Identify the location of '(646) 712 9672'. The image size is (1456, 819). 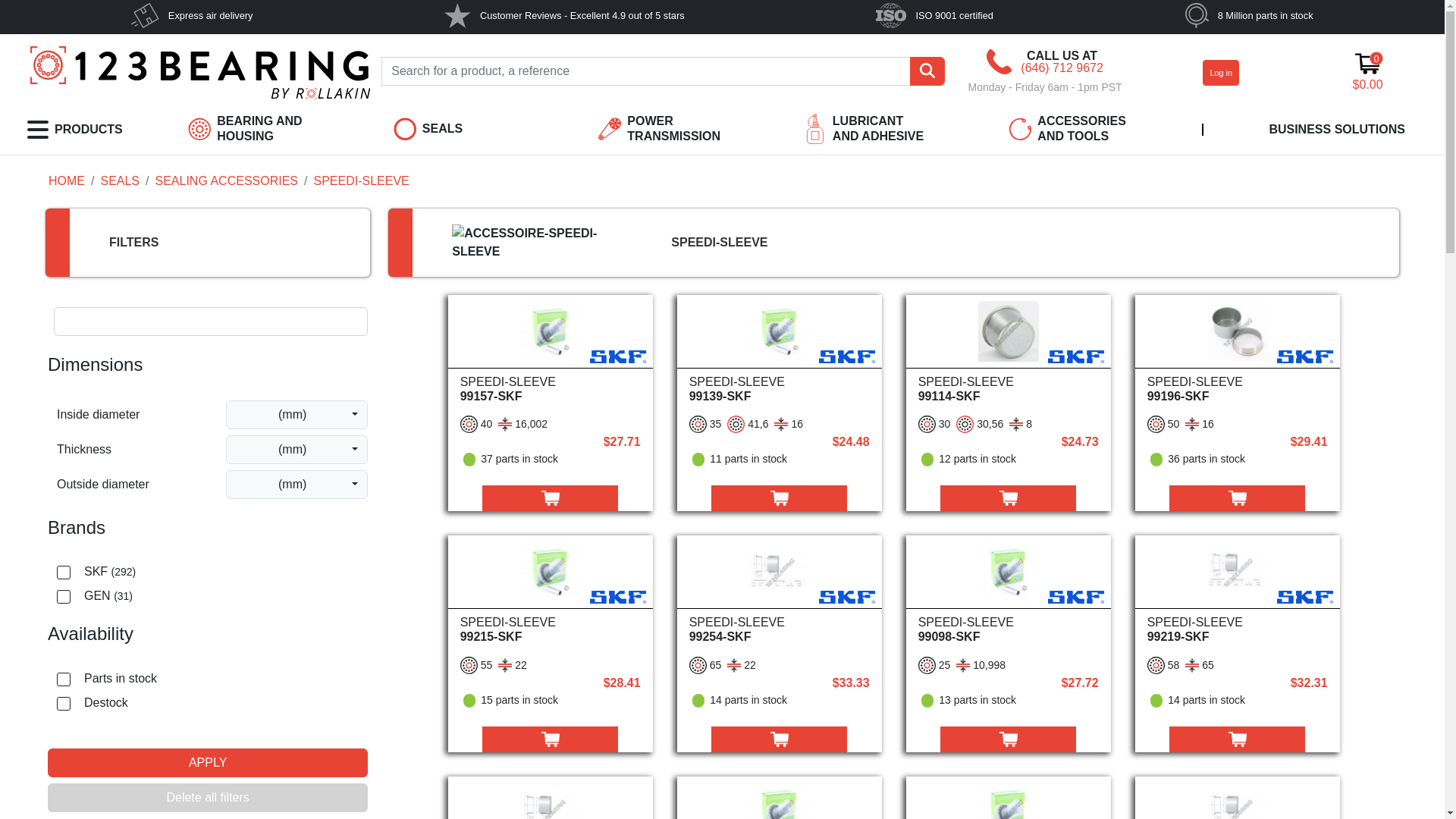
(1020, 67).